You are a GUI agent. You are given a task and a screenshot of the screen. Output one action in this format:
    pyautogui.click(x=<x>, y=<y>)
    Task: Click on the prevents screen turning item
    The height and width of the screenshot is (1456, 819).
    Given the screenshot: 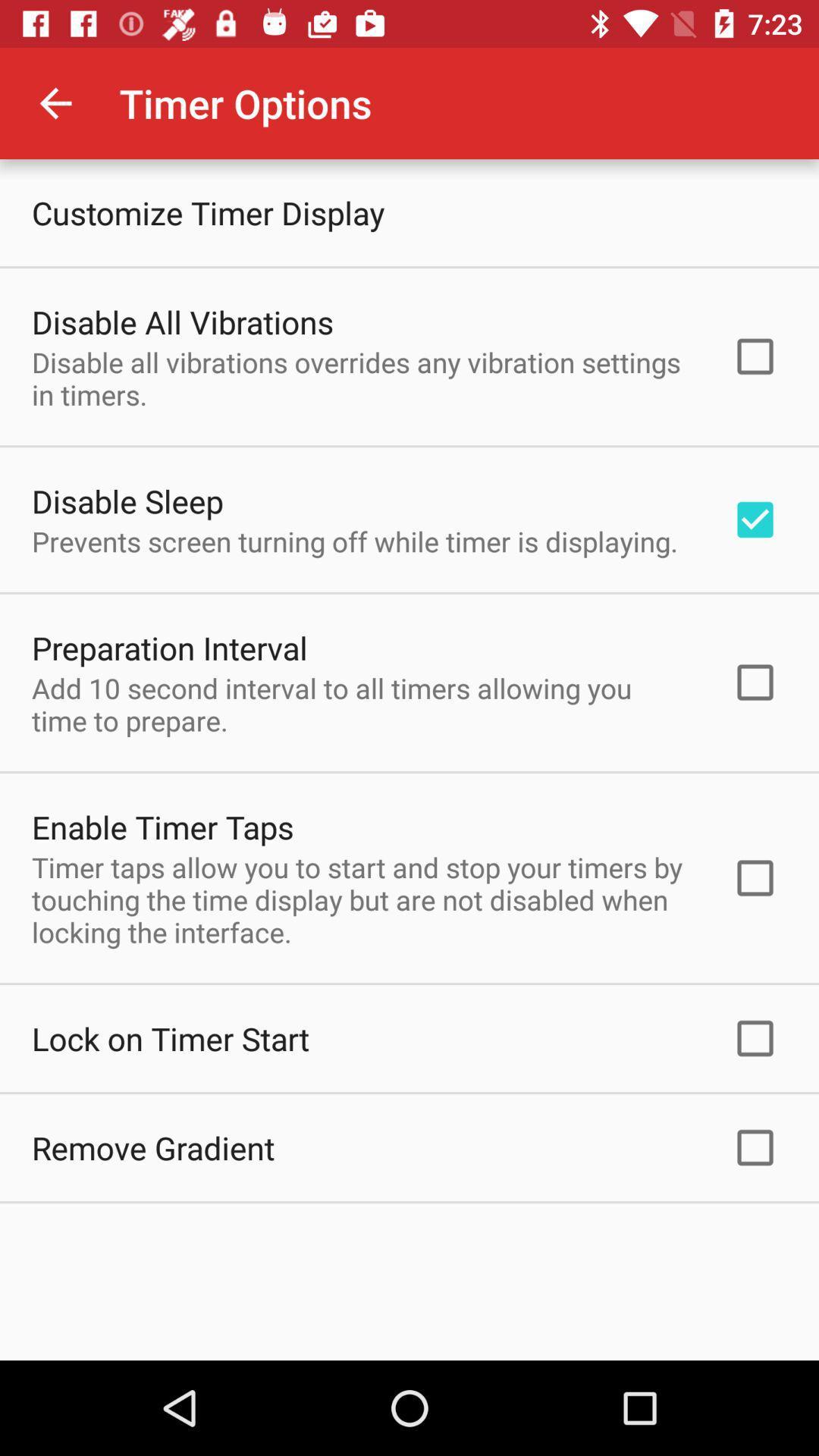 What is the action you would take?
    pyautogui.click(x=354, y=541)
    